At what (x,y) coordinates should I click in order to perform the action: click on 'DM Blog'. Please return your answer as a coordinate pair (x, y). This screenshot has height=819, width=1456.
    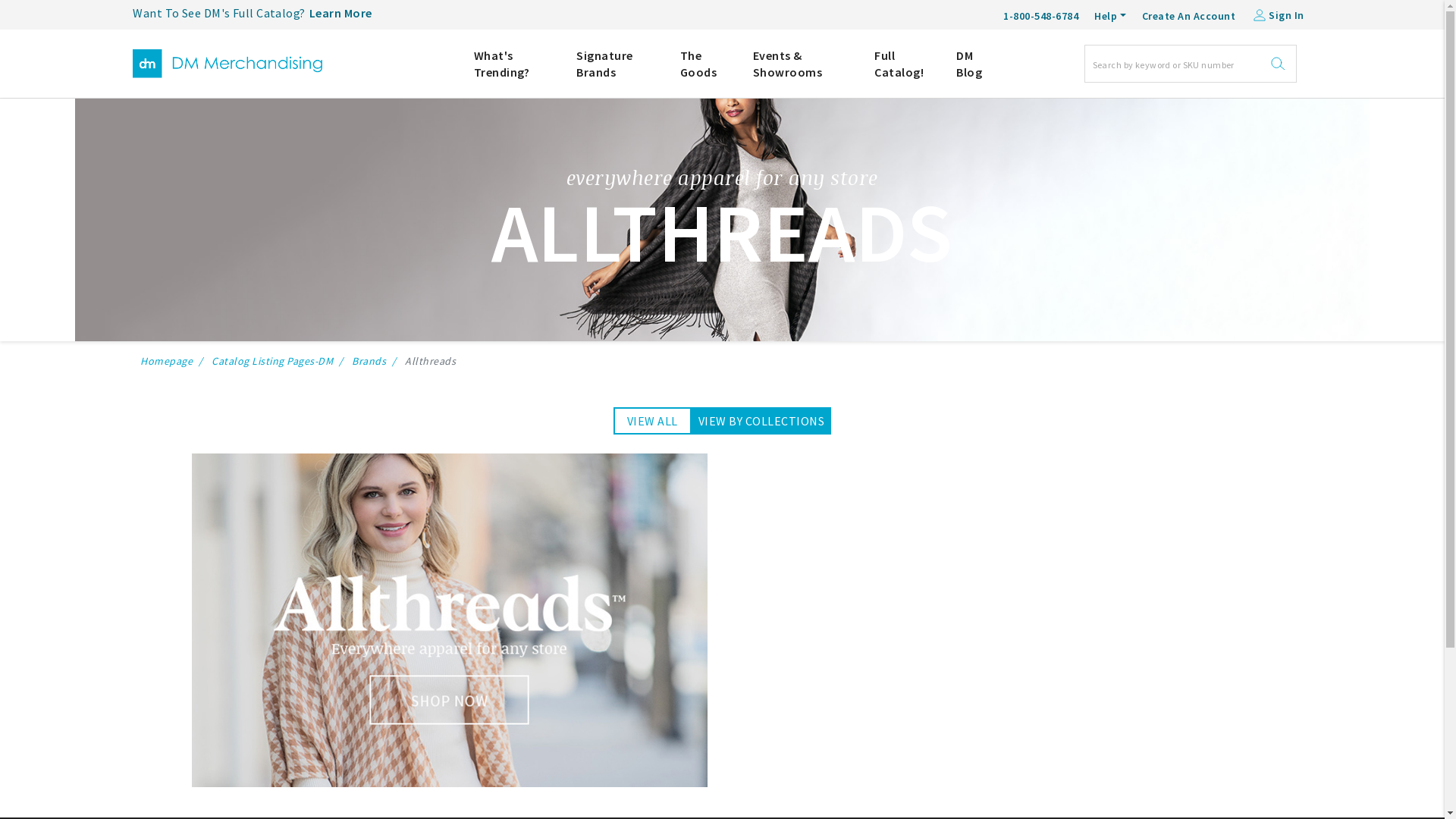
    Looking at the image, I should click on (955, 63).